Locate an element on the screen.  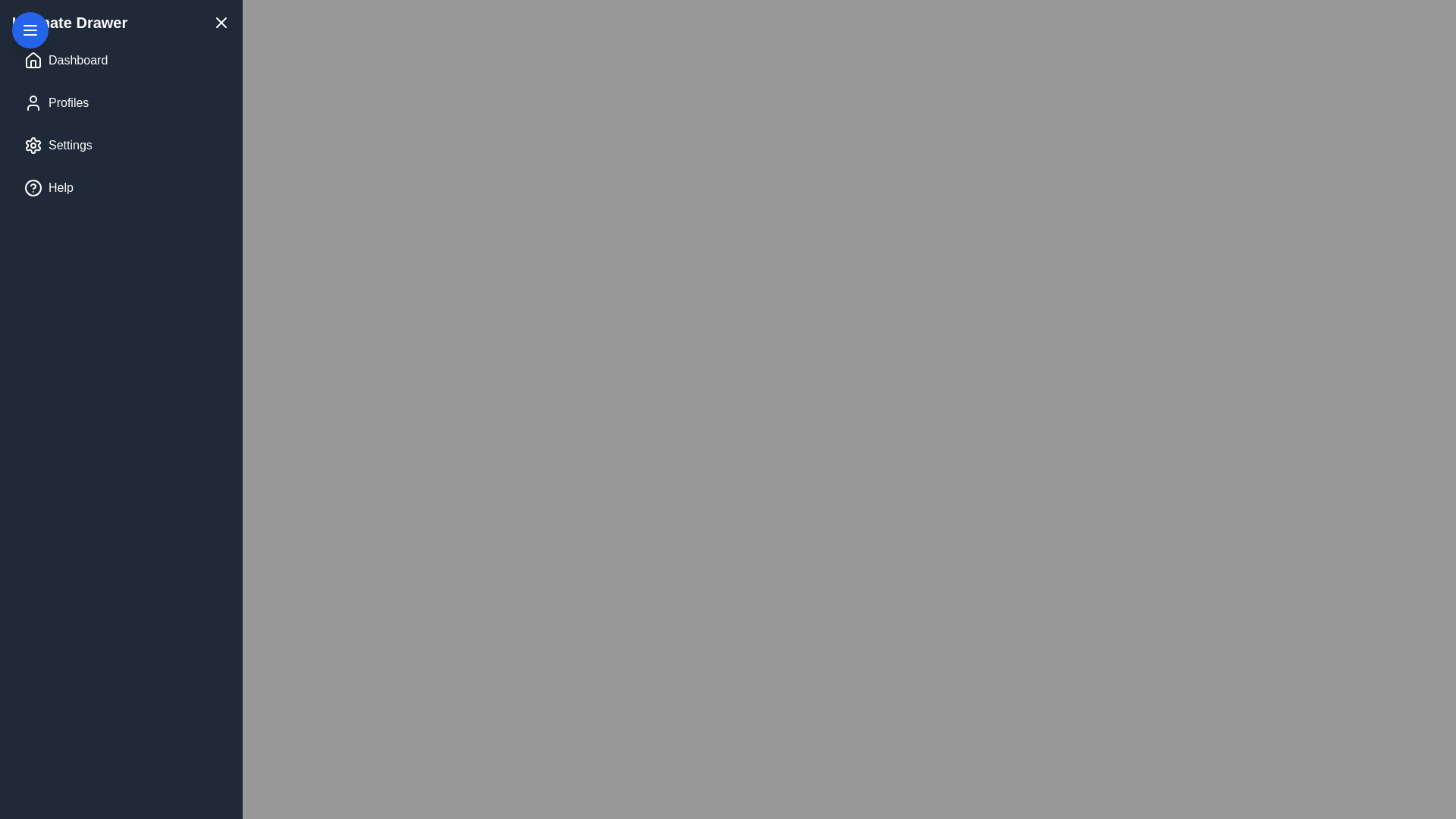
the decorative vertical line within the house icon located to the left of the 'Dashboard' text label in the navigation drawer is located at coordinates (33, 63).